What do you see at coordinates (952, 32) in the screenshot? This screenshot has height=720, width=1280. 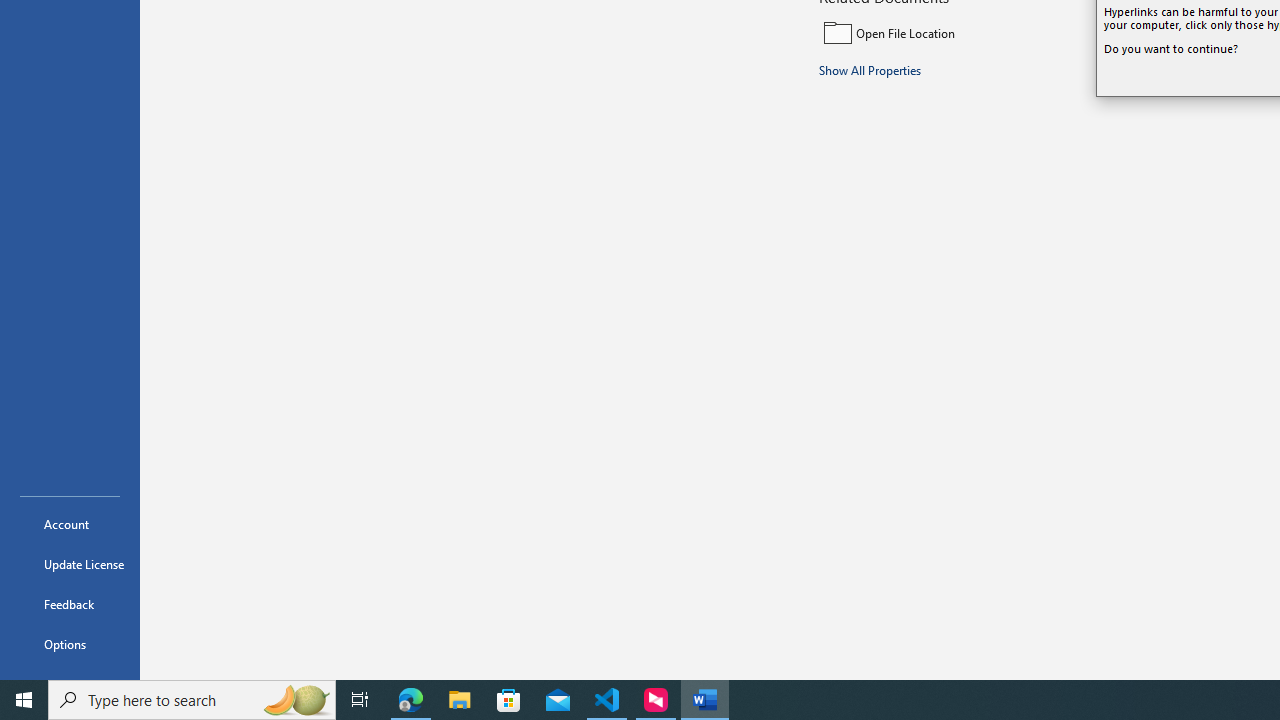 I see `'Open File Location'` at bounding box center [952, 32].